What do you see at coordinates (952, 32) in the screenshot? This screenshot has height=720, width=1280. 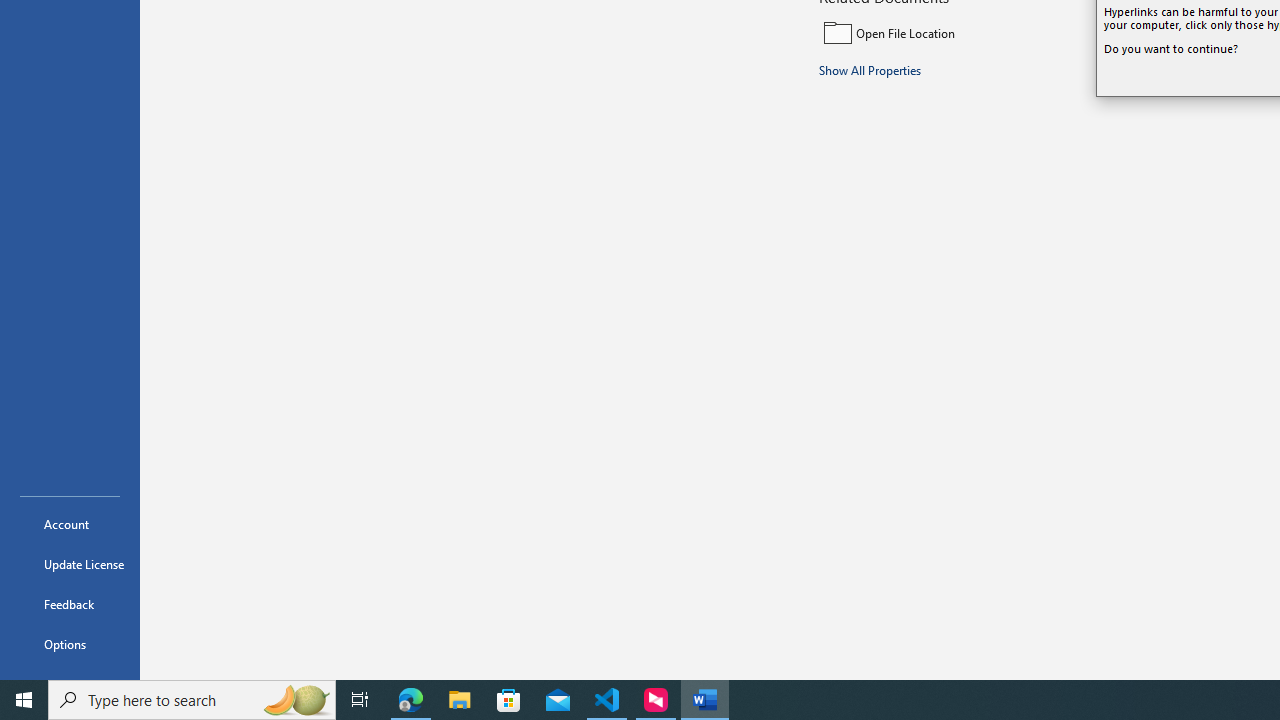 I see `'Open File Location'` at bounding box center [952, 32].